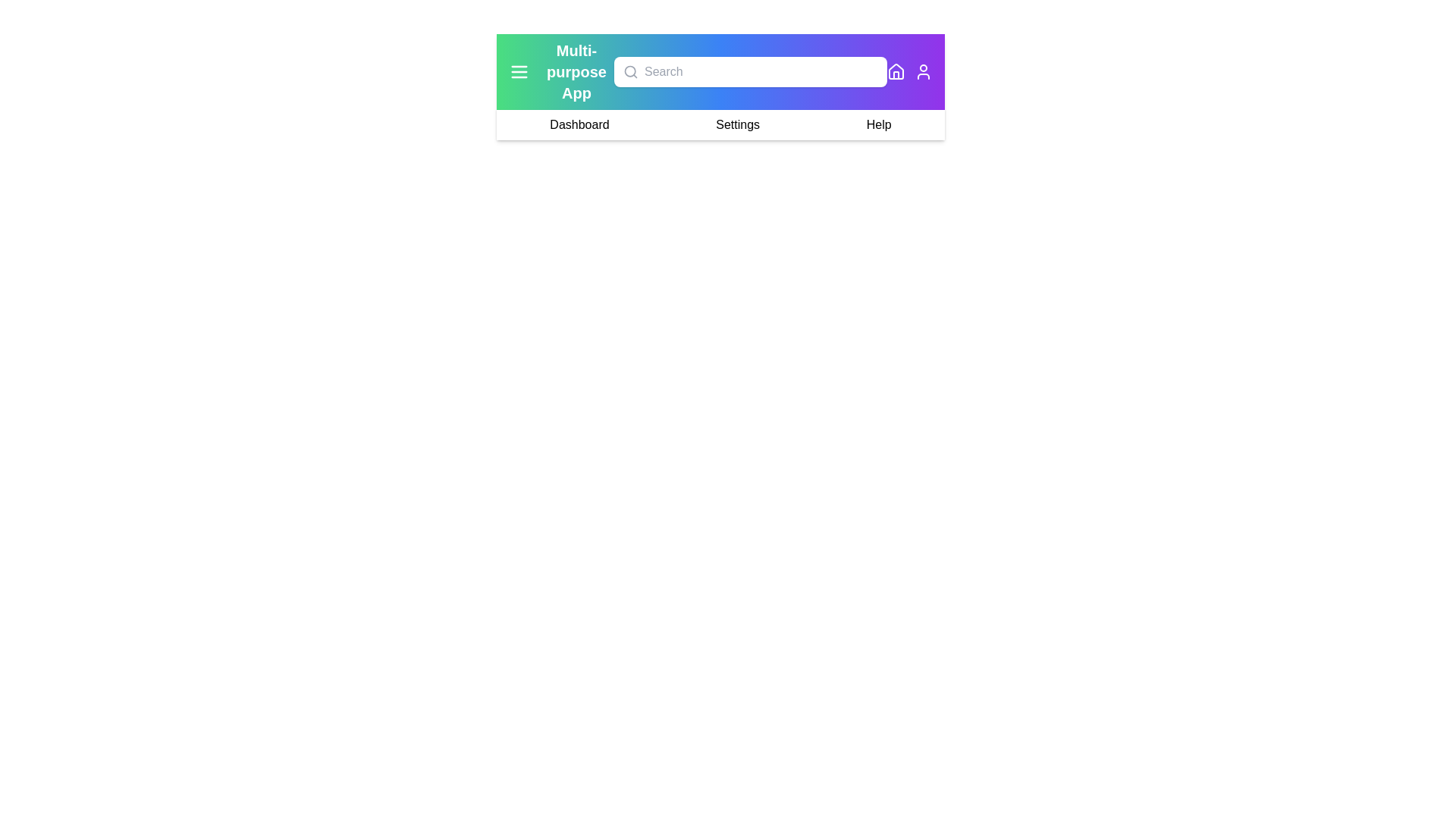  What do you see at coordinates (878, 124) in the screenshot?
I see `the 'Help' button in the navigation bar` at bounding box center [878, 124].